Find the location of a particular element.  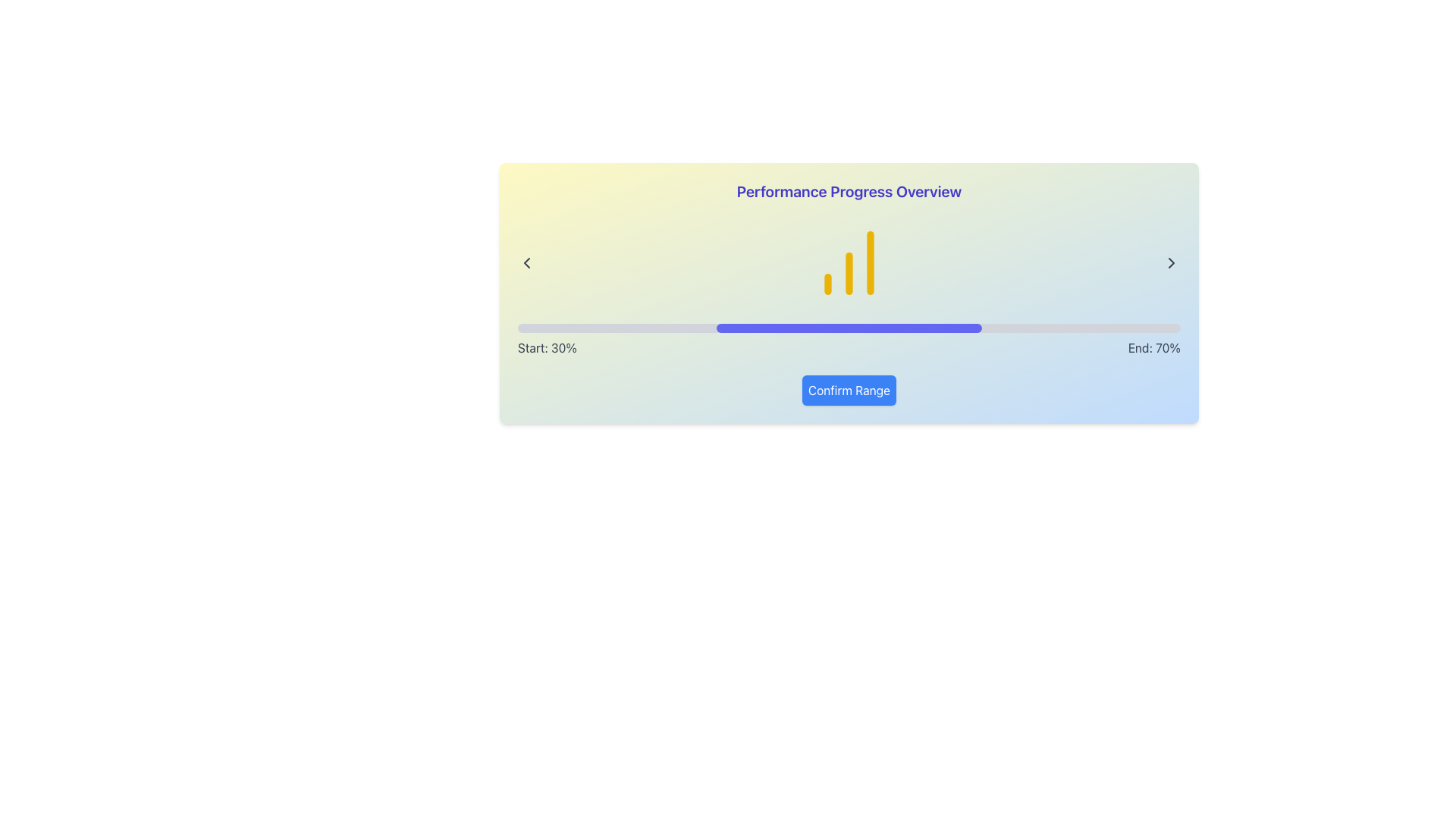

the confirm button located at the bottom section of the interface, directly below the progress bar labeled 'Start: 30%' and 'End: 70%', to observe style changes is located at coordinates (848, 390).